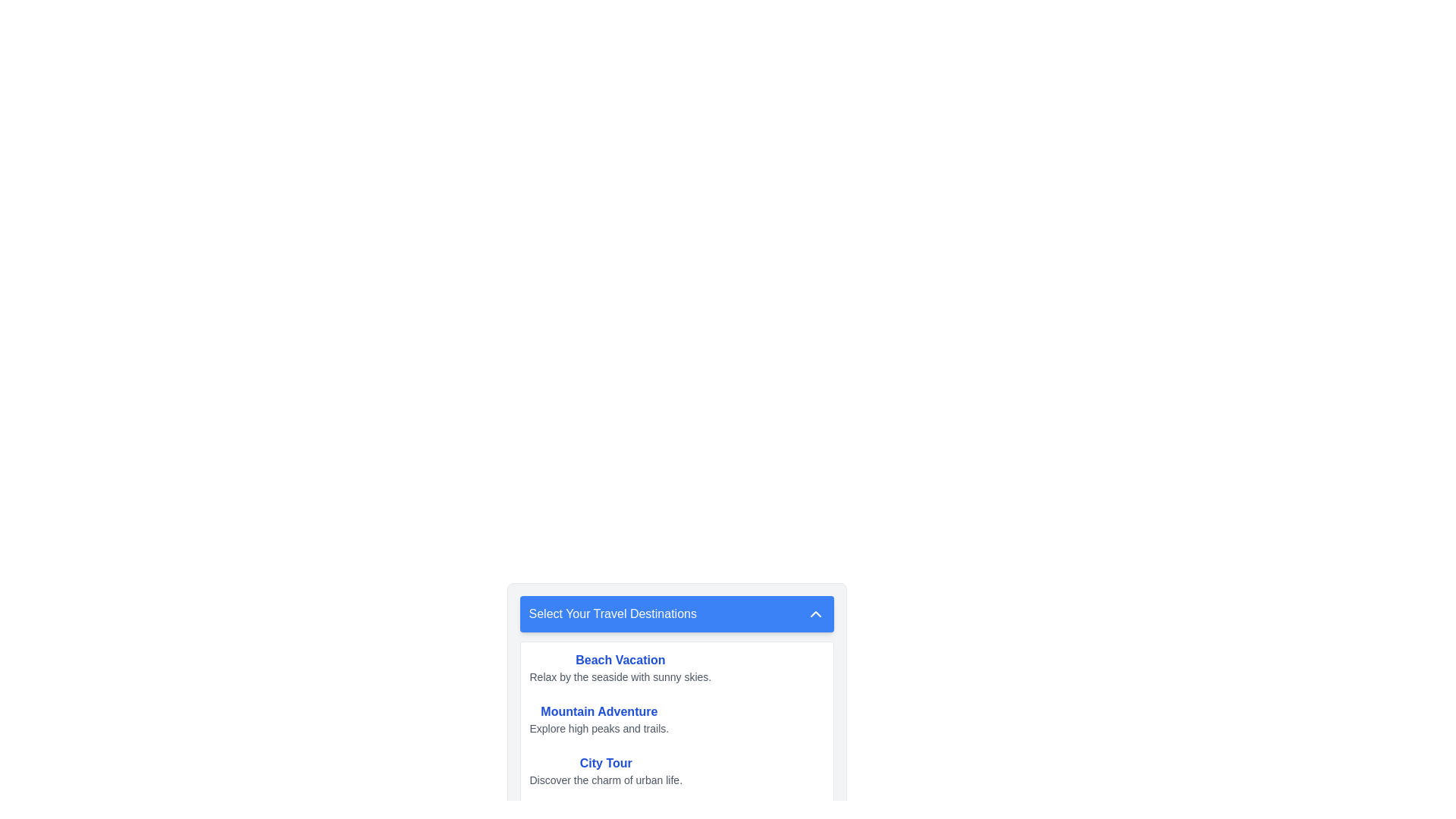 Image resolution: width=1456 pixels, height=819 pixels. What do you see at coordinates (598, 718) in the screenshot?
I see `the TextBlock that describes an adventure involving mountains and trails, which is the second item in the list under the blue heading 'Select Your Travel Destinations'` at bounding box center [598, 718].